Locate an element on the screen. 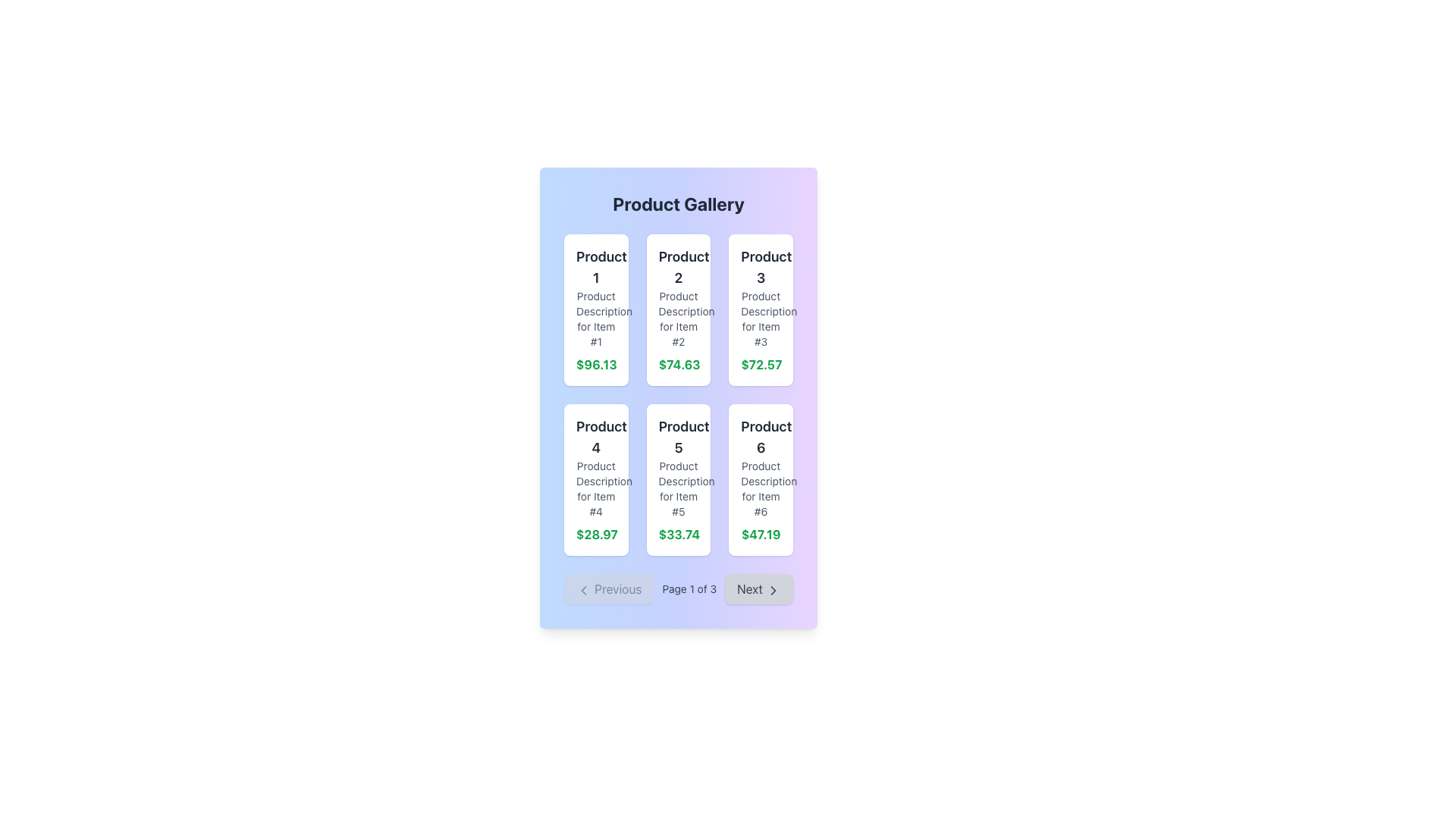 The height and width of the screenshot is (819, 1456). price text '$28.97' displayed in bold green font, located at the bottom of the 'Product 4' card in the grid layout is located at coordinates (595, 534).